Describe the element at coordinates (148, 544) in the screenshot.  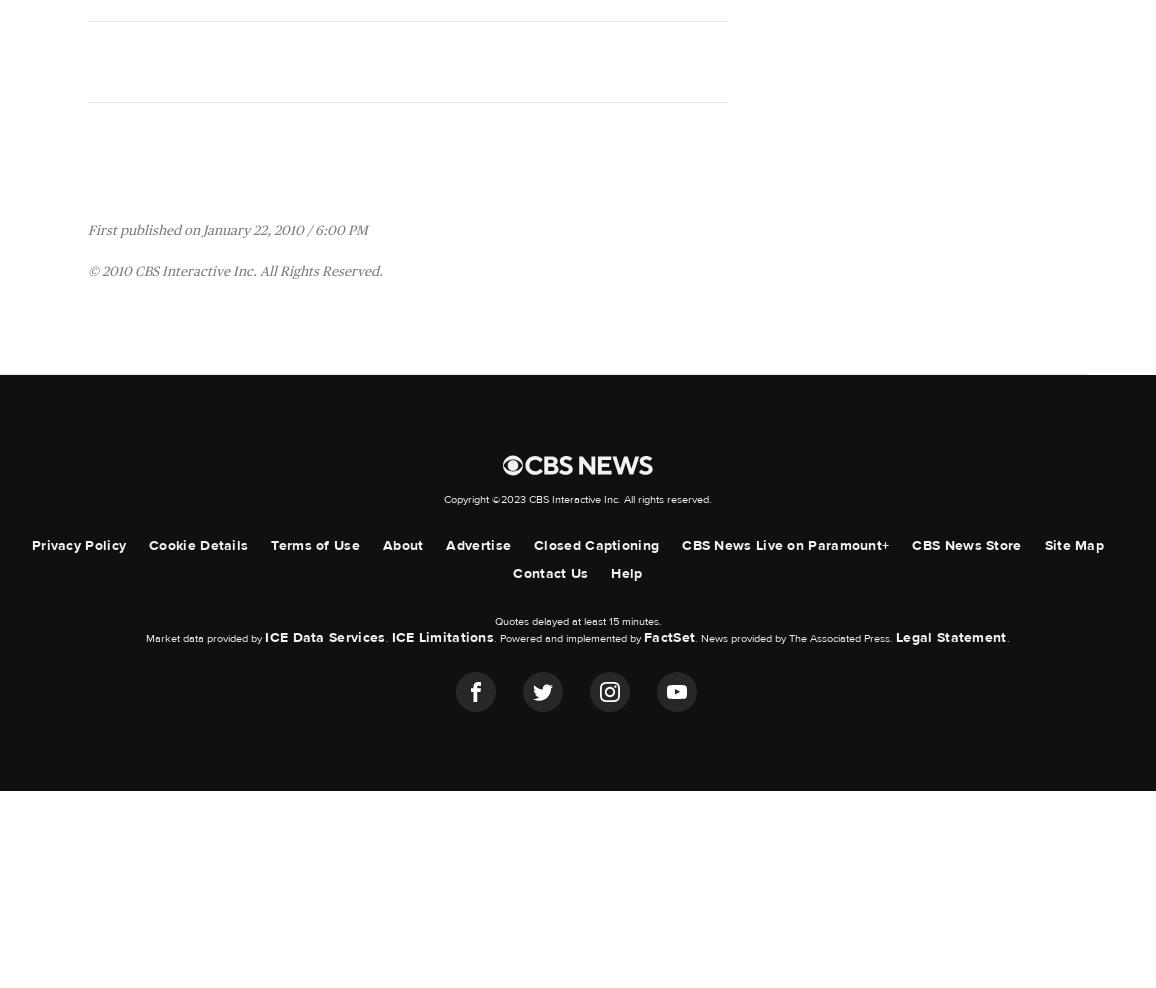
I see `'Cookie Details'` at that location.